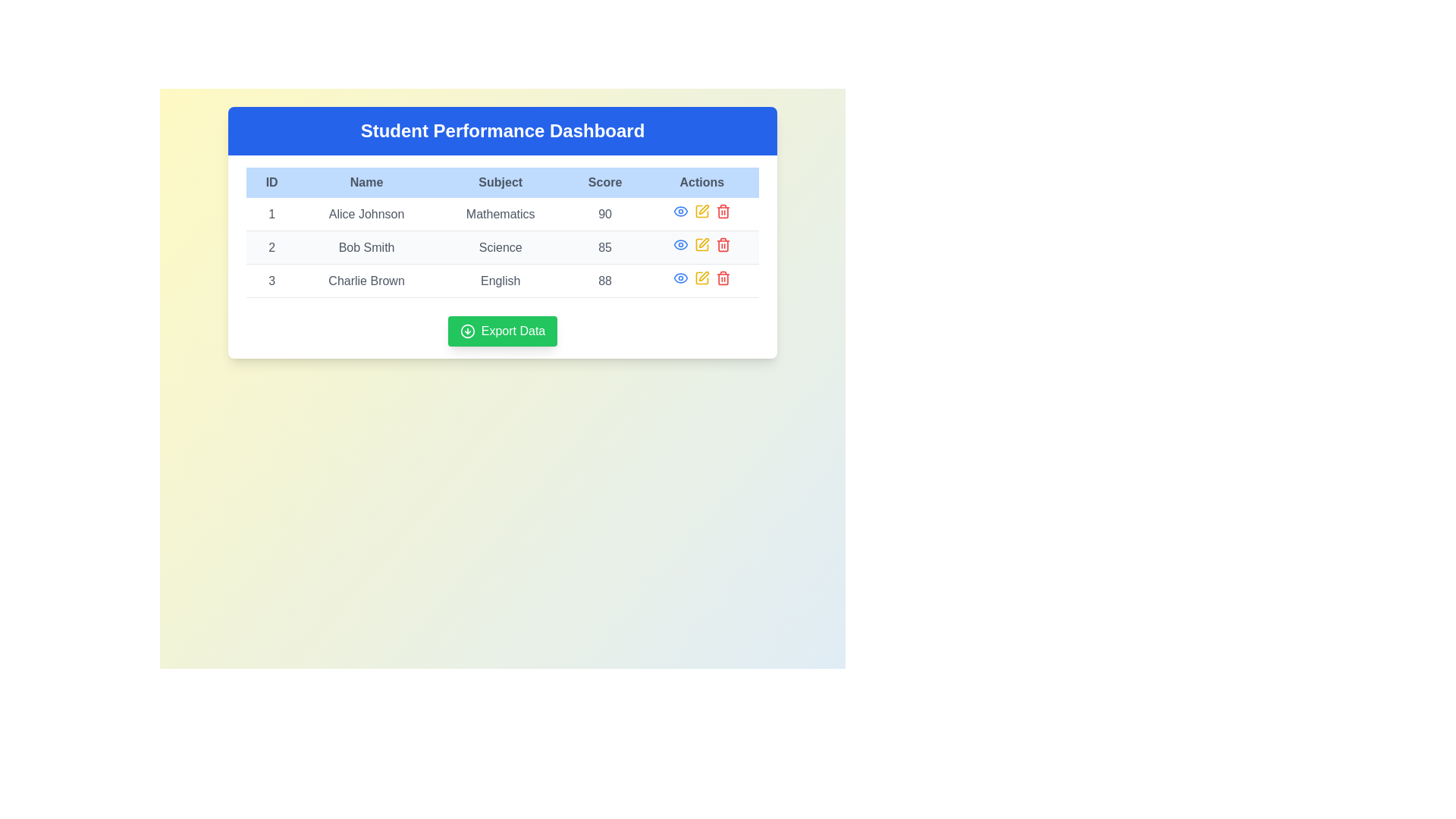 This screenshot has width=1456, height=819. What do you see at coordinates (502, 281) in the screenshot?
I see `the third row in the student performance table, which displays the values '3', 'Charlie Brown', 'English', and '88'` at bounding box center [502, 281].